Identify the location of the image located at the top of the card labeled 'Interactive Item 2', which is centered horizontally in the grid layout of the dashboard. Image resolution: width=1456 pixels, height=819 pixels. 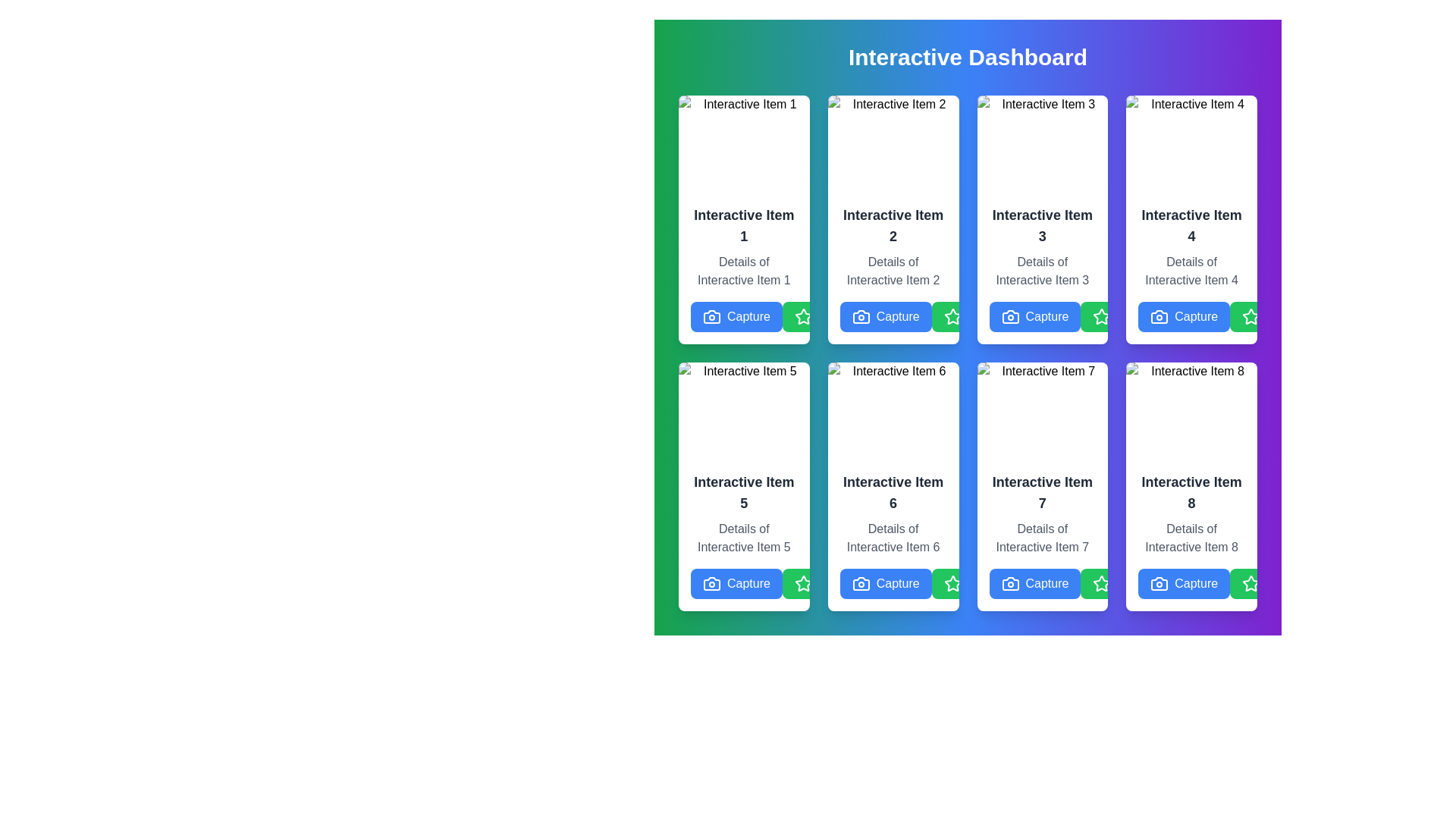
(893, 143).